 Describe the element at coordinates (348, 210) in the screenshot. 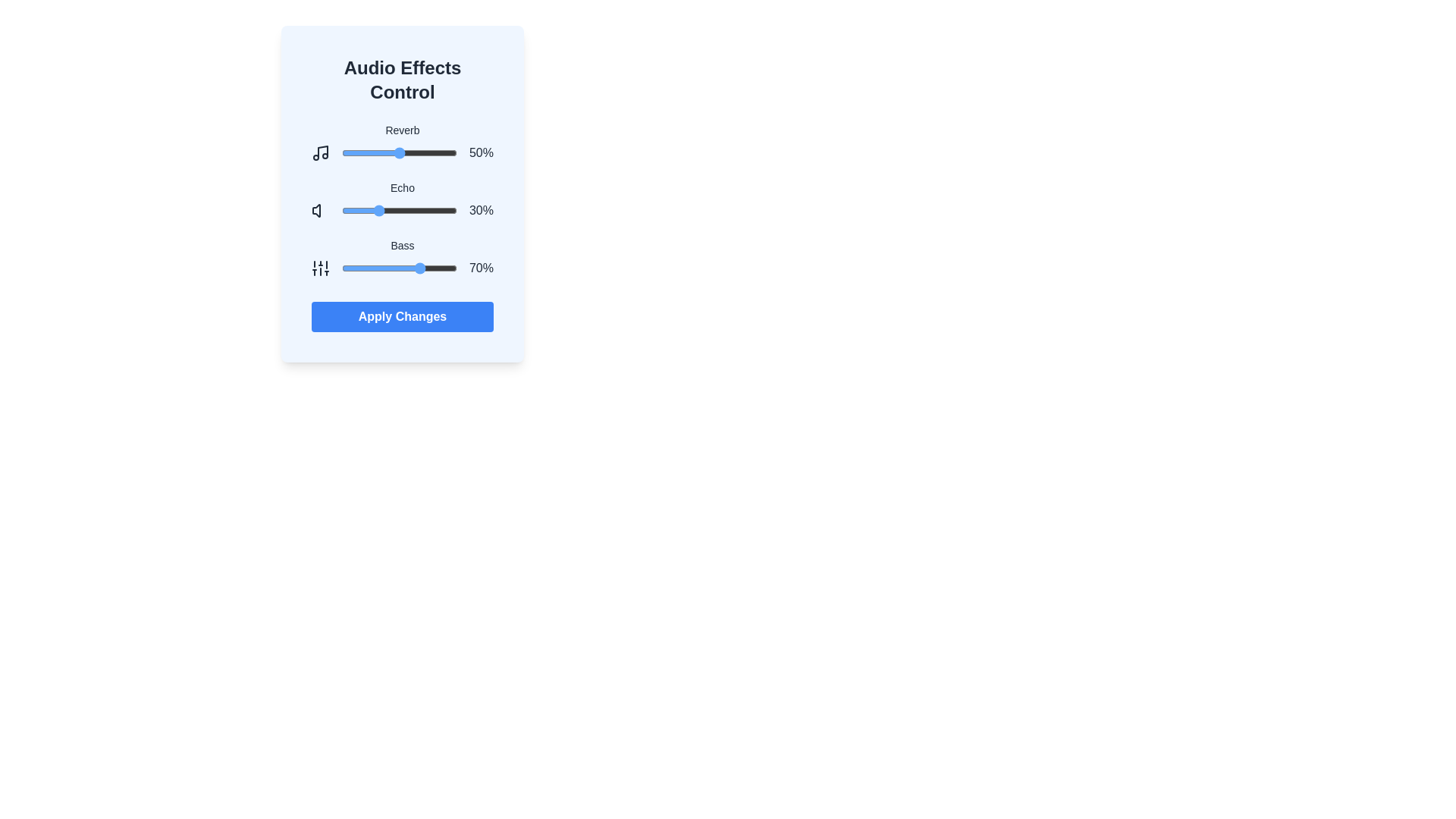

I see `Echo effect level` at that location.